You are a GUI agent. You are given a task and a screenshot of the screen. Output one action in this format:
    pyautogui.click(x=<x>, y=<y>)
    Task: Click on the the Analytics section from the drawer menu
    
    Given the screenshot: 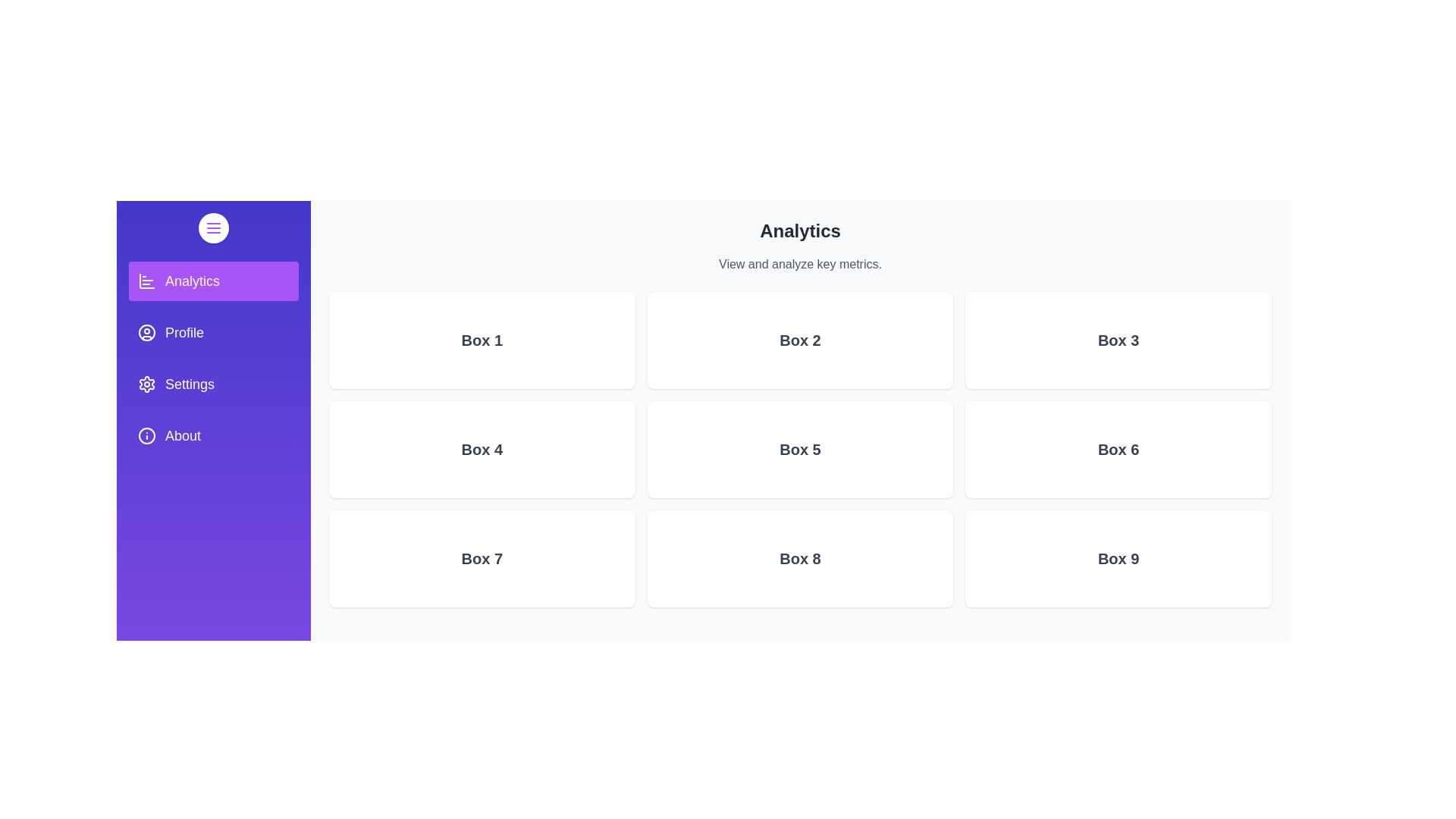 What is the action you would take?
    pyautogui.click(x=213, y=281)
    